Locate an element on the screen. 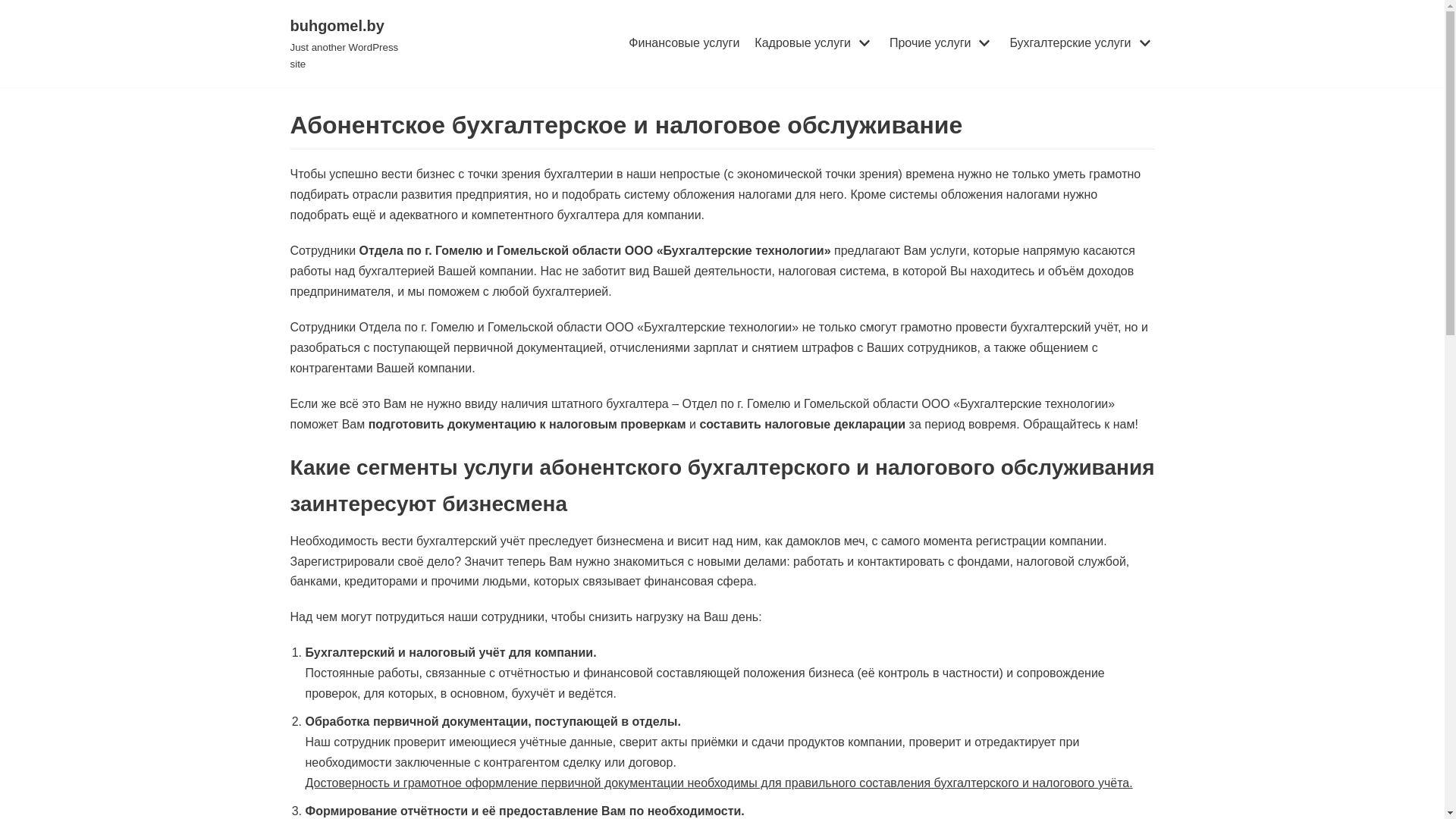  'buhgomel.by is located at coordinates (351, 42).